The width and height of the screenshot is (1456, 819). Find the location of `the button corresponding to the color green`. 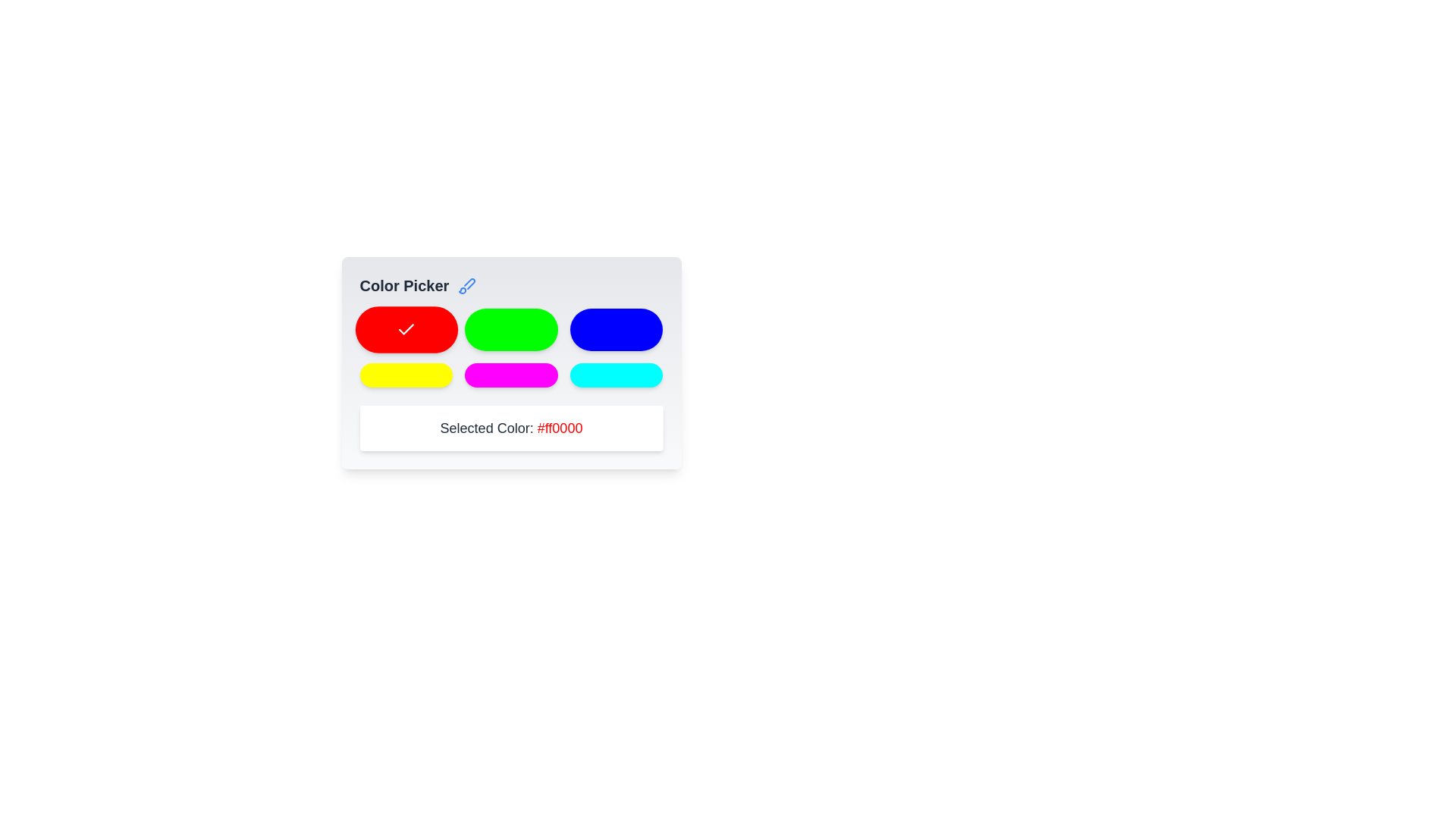

the button corresponding to the color green is located at coordinates (511, 329).